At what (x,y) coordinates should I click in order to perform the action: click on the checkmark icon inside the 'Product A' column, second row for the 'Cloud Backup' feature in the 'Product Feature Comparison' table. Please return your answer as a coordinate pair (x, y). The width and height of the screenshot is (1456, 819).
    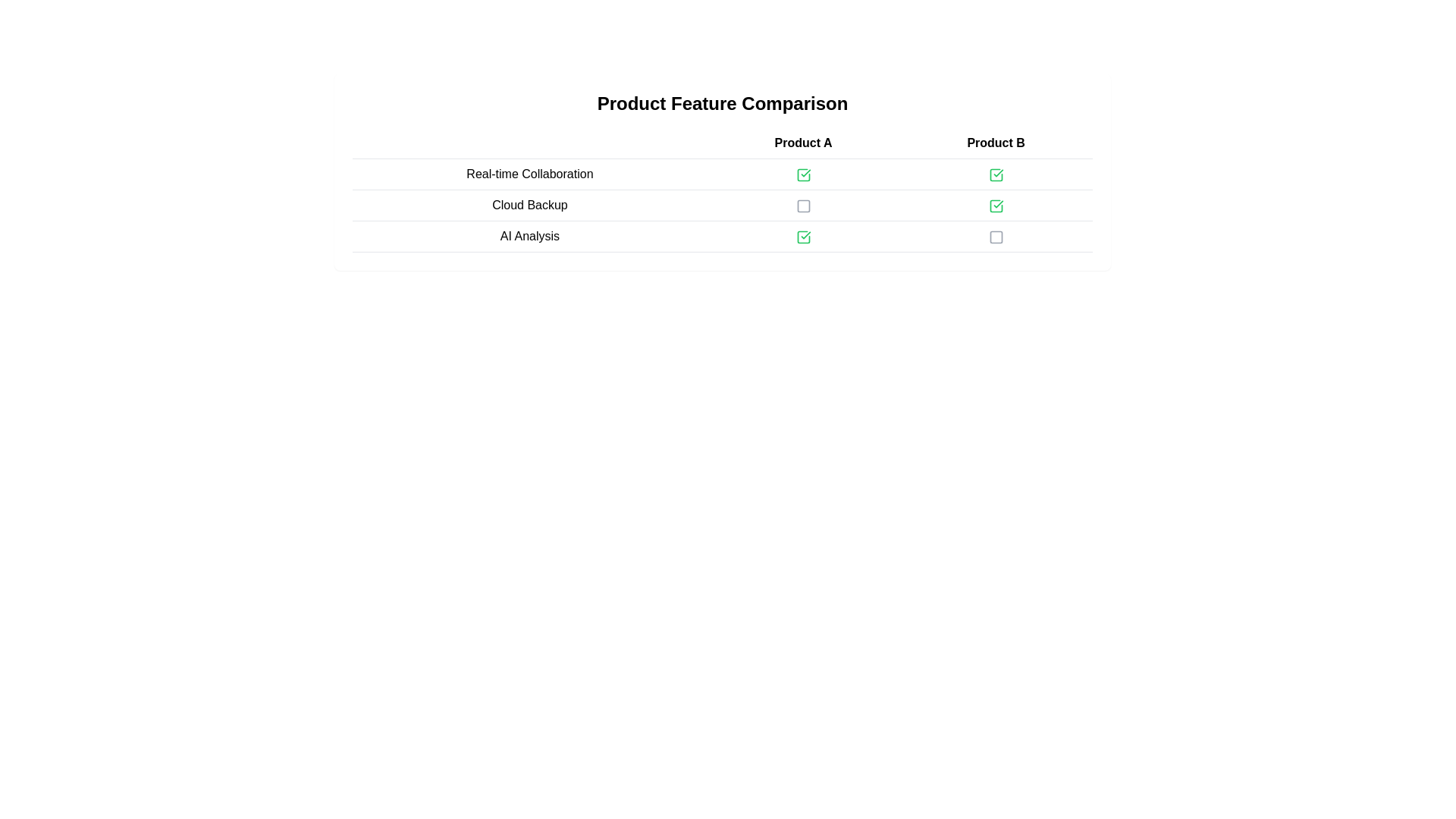
    Looking at the image, I should click on (996, 206).